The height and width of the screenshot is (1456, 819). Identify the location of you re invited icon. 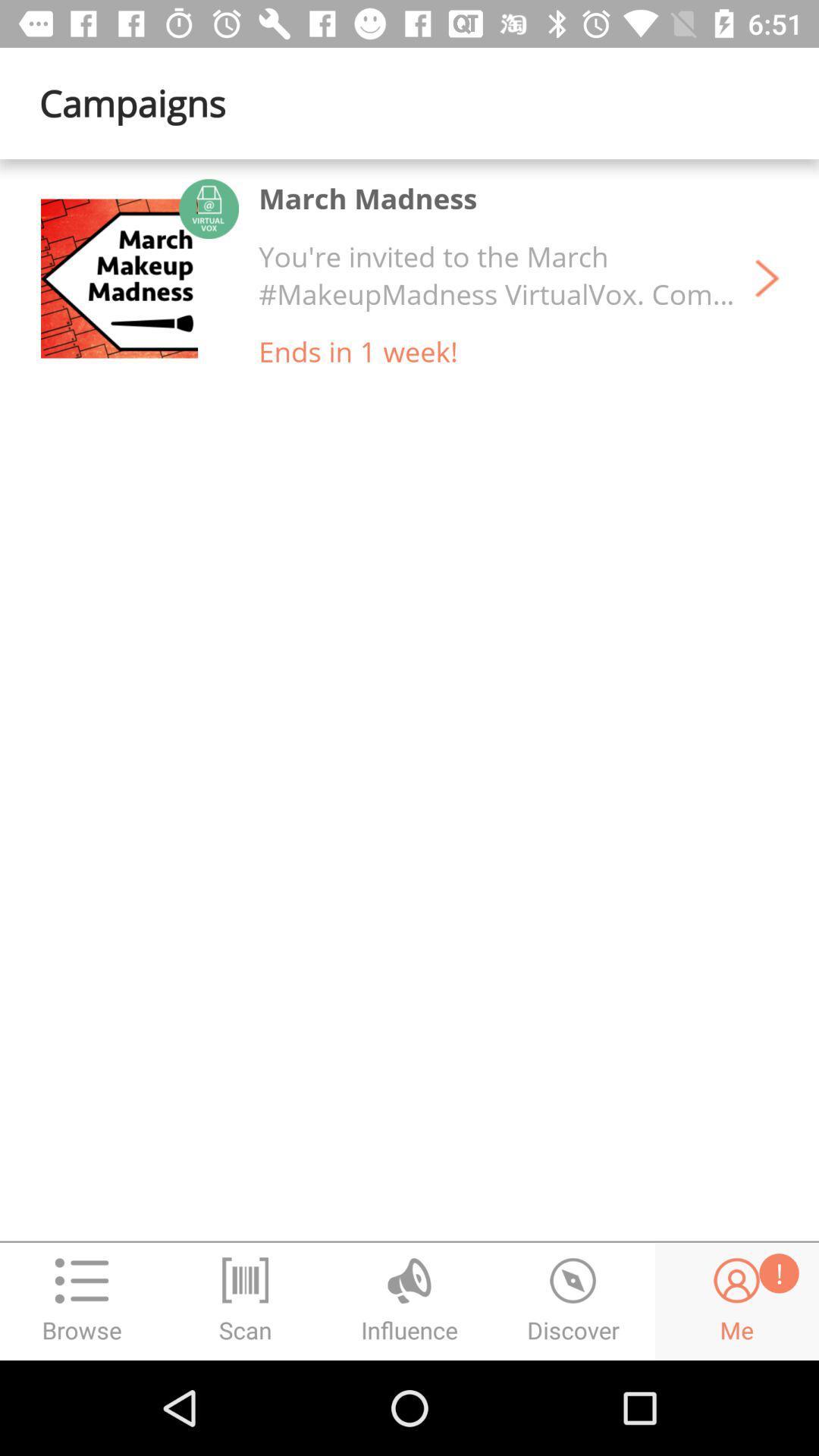
(497, 275).